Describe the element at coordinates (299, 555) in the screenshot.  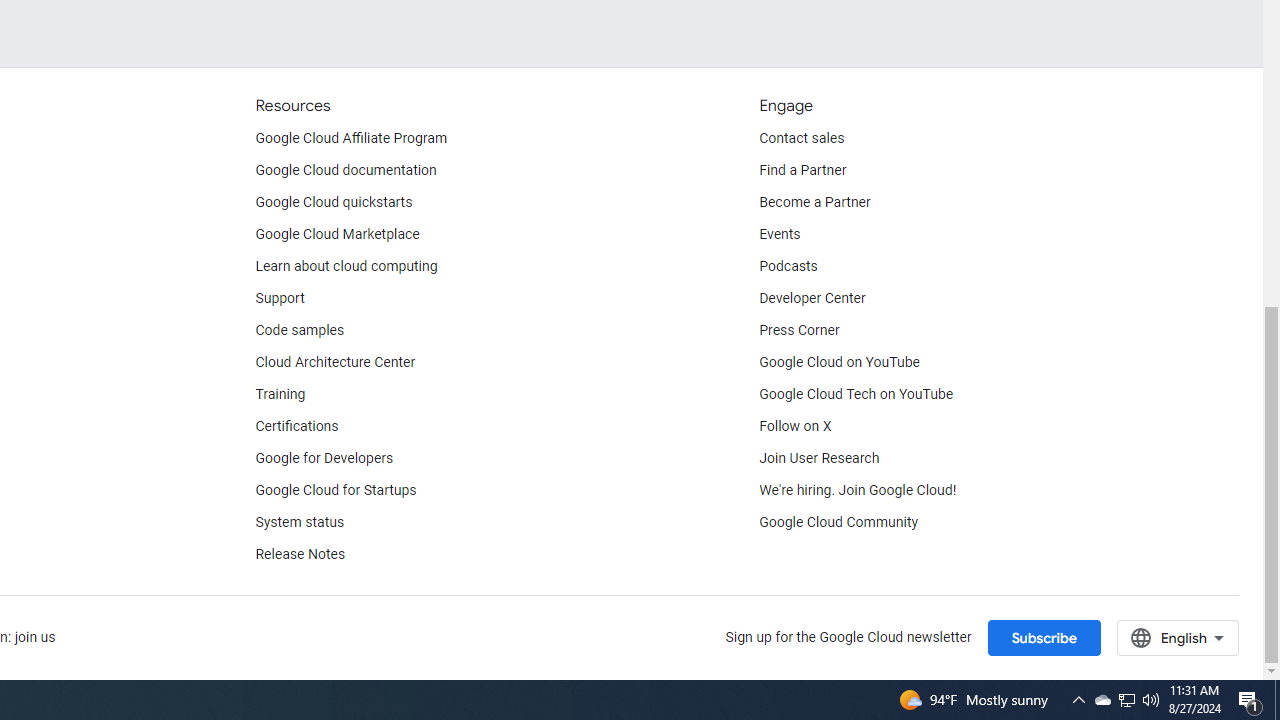
I see `'Release Notes'` at that location.